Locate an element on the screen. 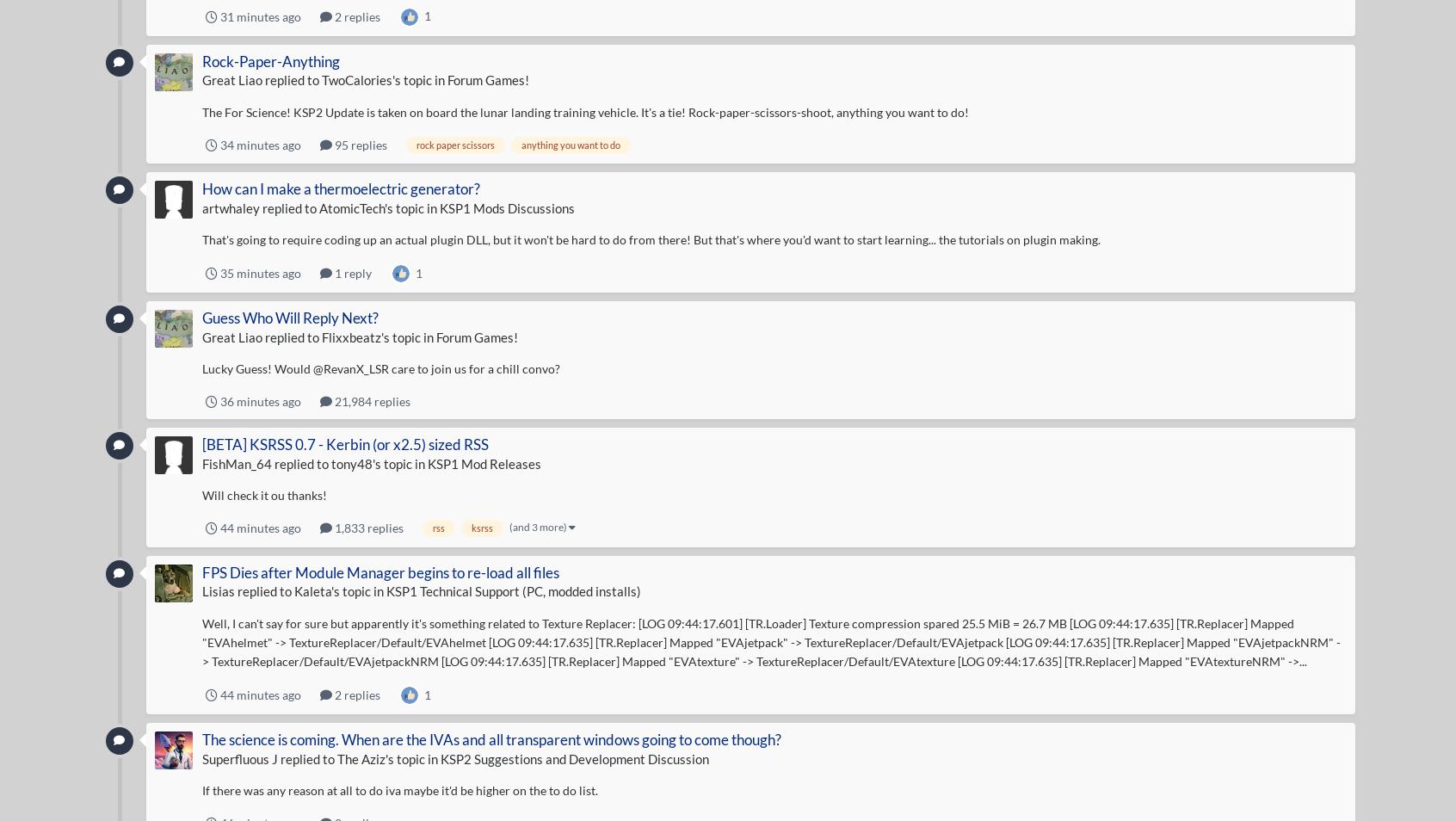 Image resolution: width=1456 pixels, height=821 pixels. 'Kaleta' is located at coordinates (312, 590).